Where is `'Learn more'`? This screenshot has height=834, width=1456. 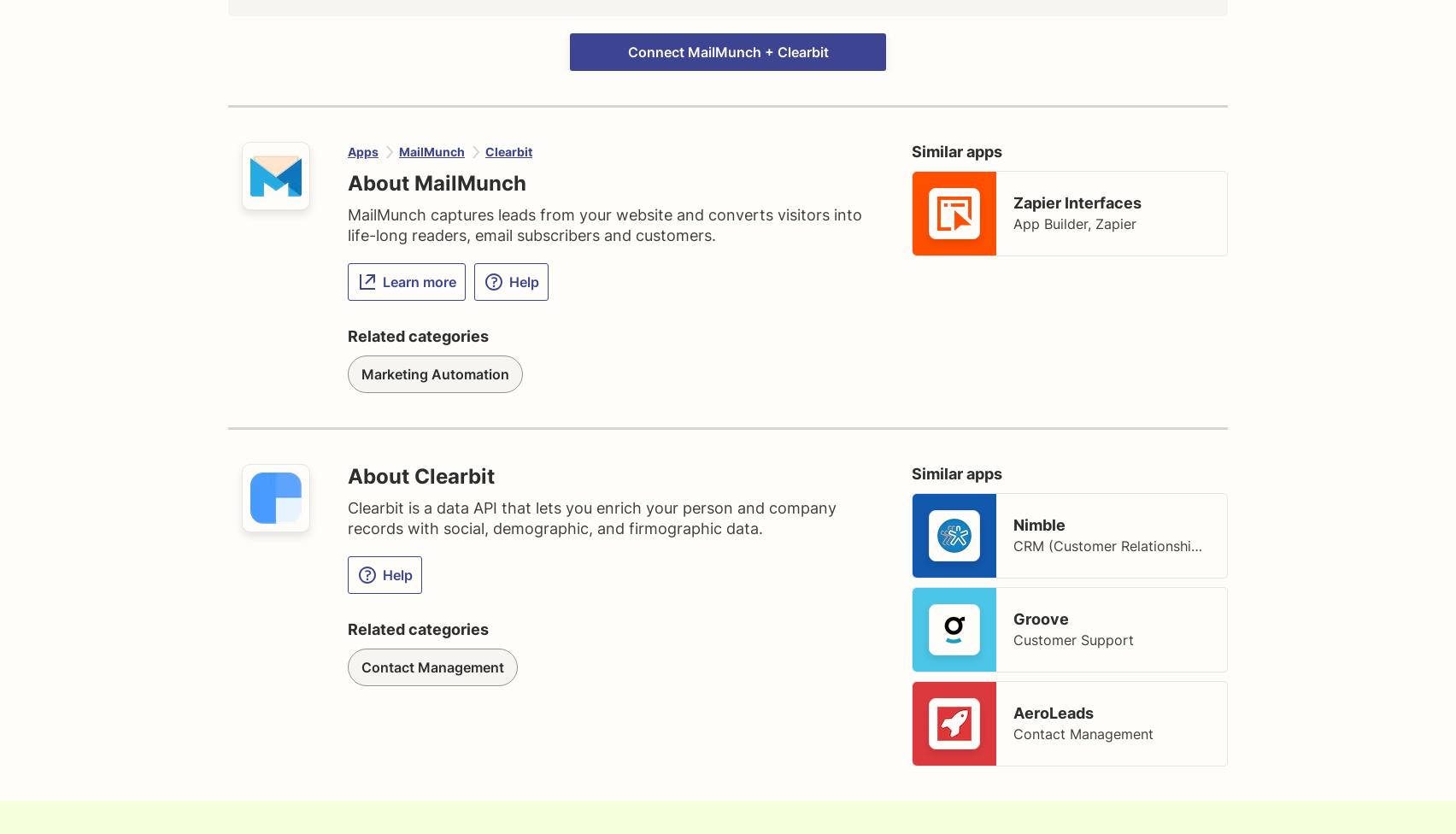 'Learn more' is located at coordinates (419, 281).